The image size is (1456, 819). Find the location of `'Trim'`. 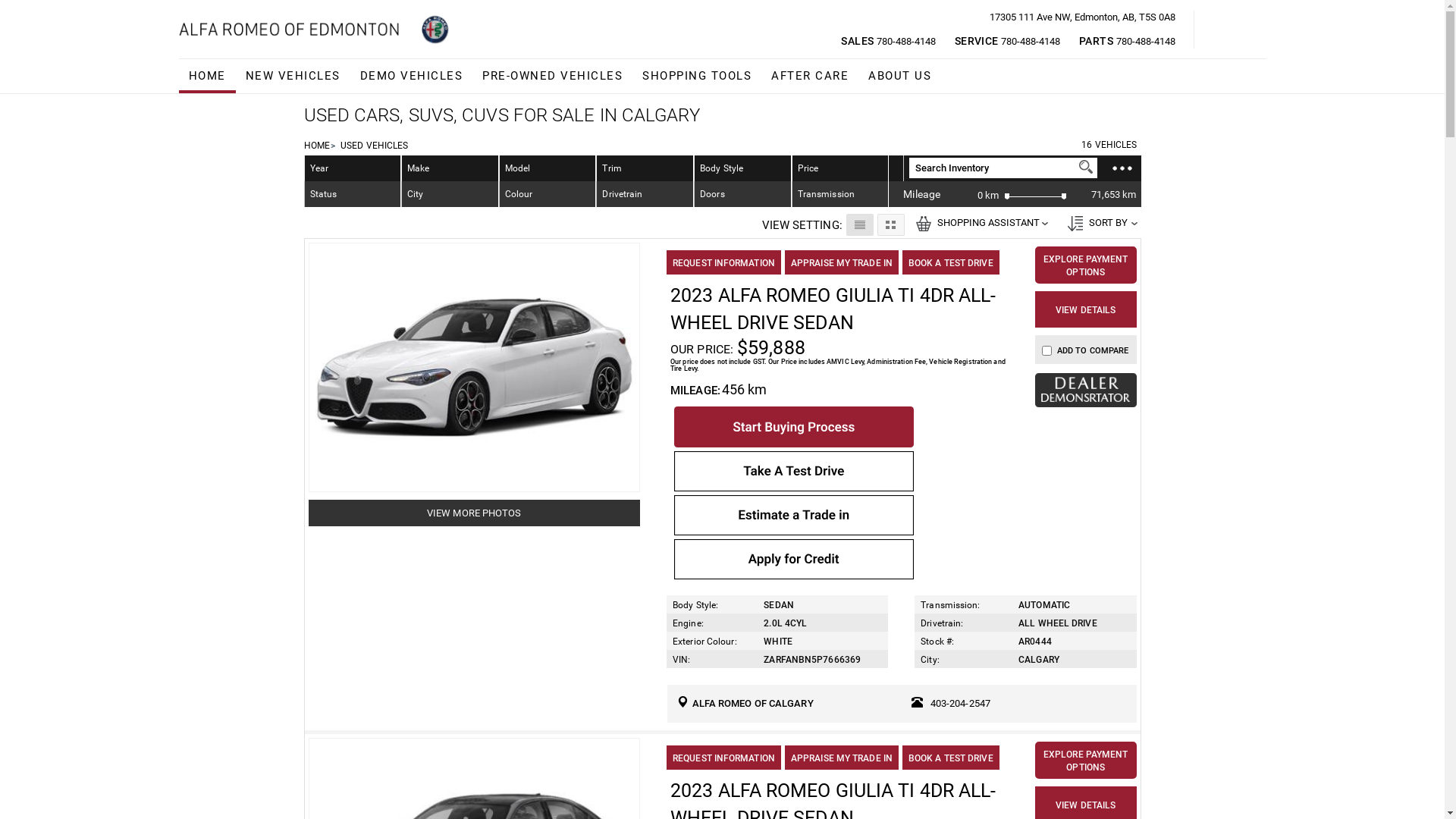

'Trim' is located at coordinates (596, 168).